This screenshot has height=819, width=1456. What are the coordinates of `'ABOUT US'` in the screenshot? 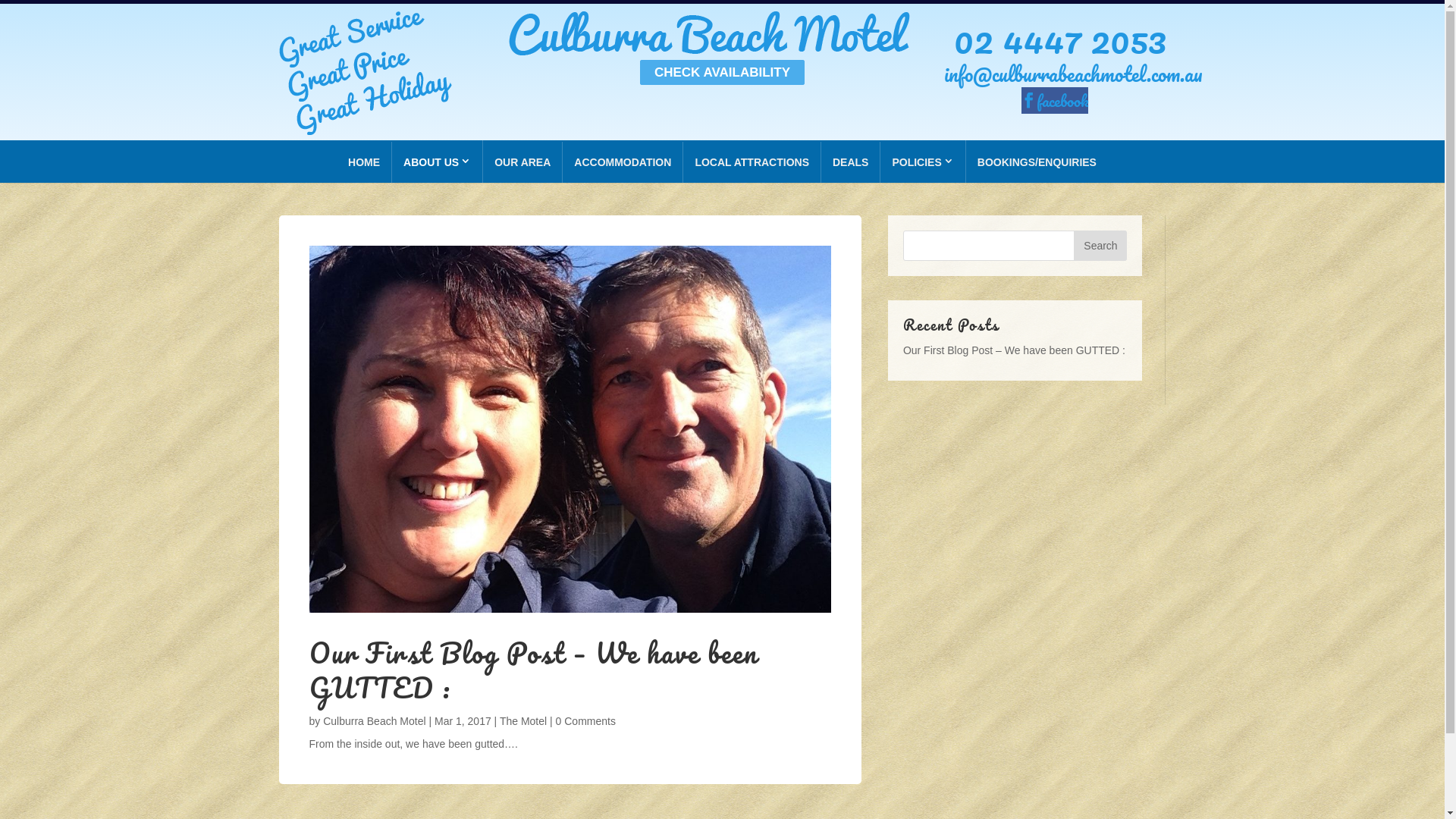 It's located at (392, 161).